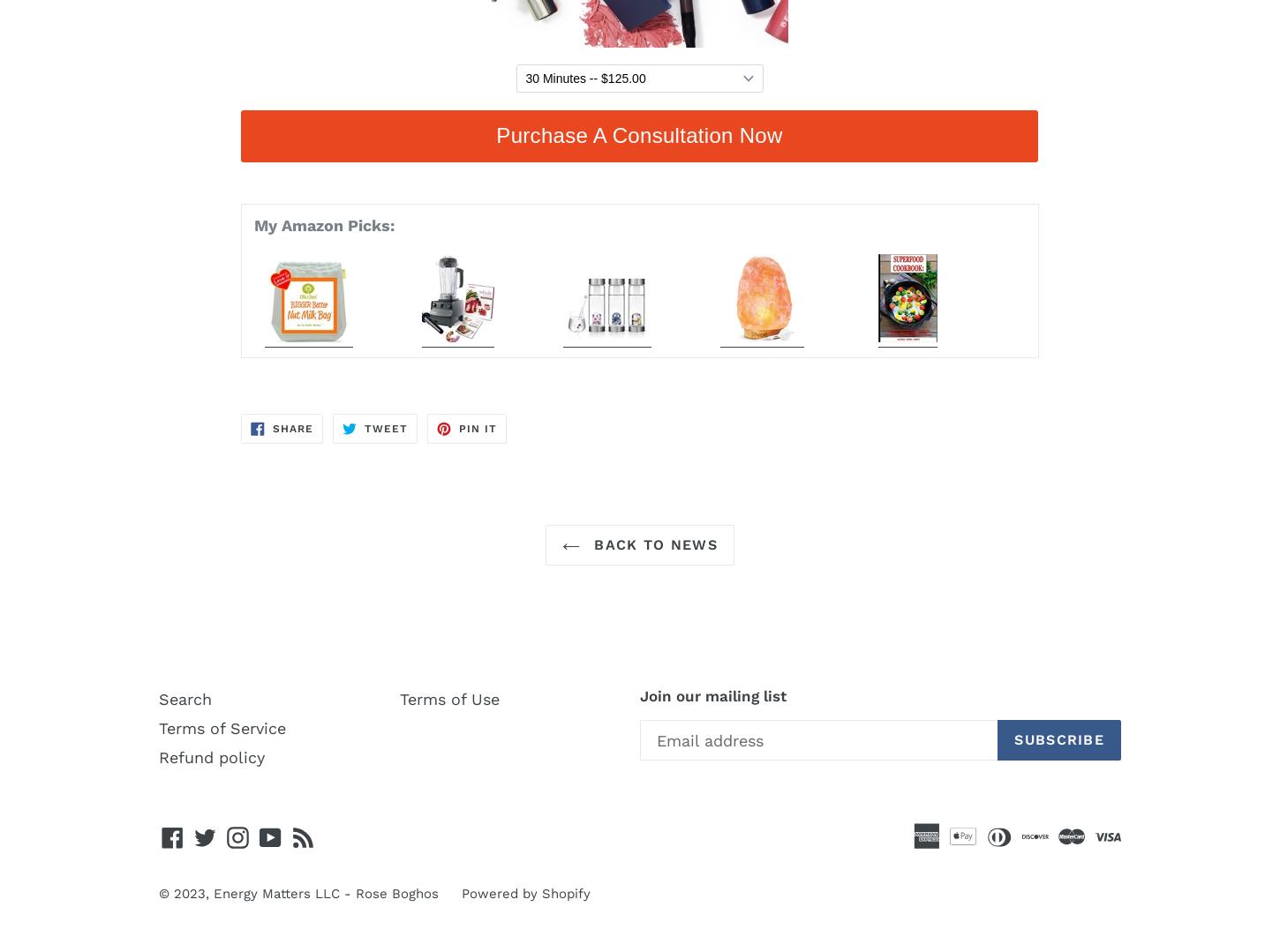 This screenshot has width=1280, height=952. What do you see at coordinates (1058, 739) in the screenshot?
I see `'Subscribe'` at bounding box center [1058, 739].